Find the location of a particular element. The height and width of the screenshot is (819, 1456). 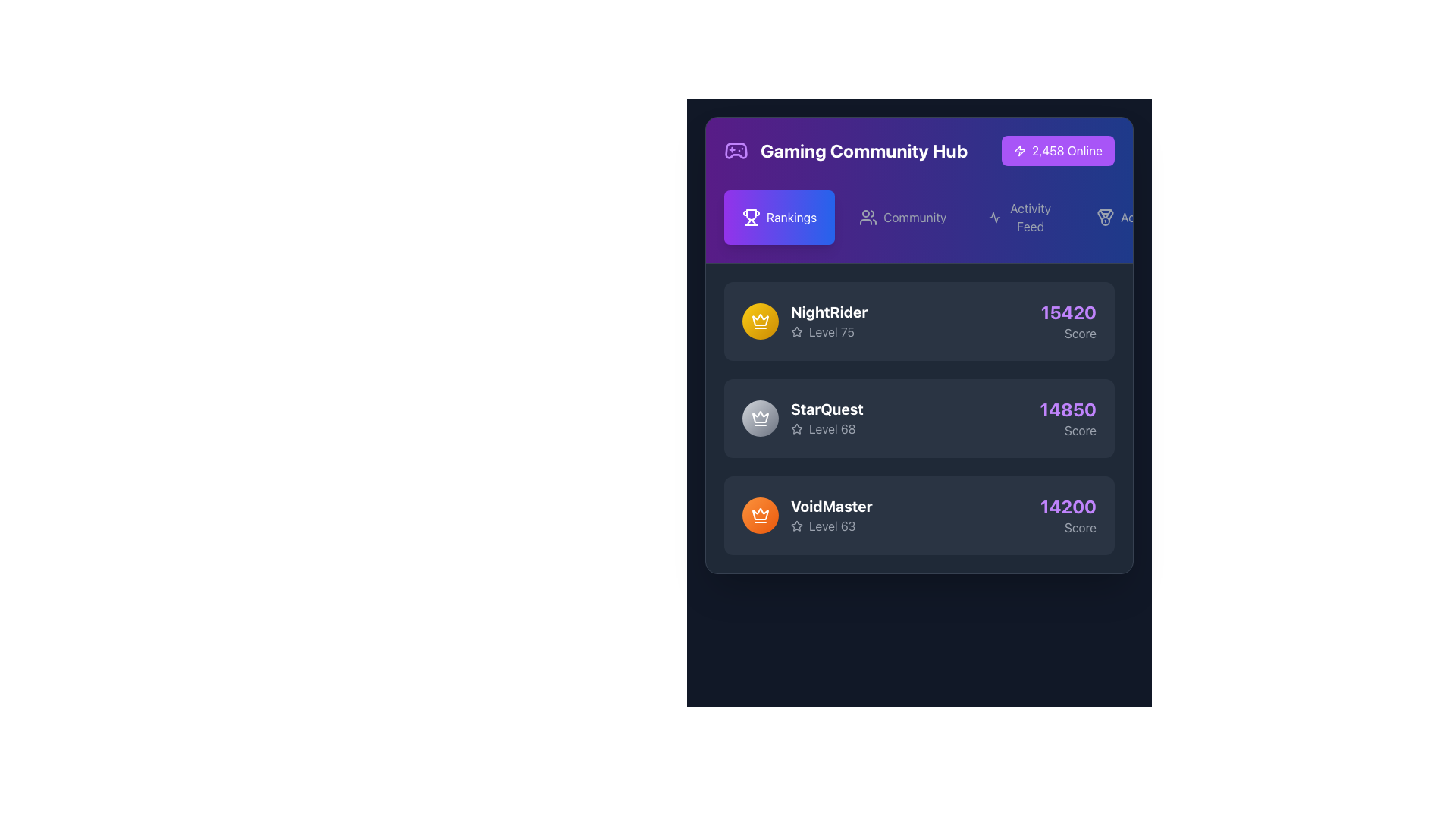

the crown icon located within the first card of the 'Rankings' list, which symbolizes user achievement and is positioned to the left of the text 'NightRider' is located at coordinates (761, 321).